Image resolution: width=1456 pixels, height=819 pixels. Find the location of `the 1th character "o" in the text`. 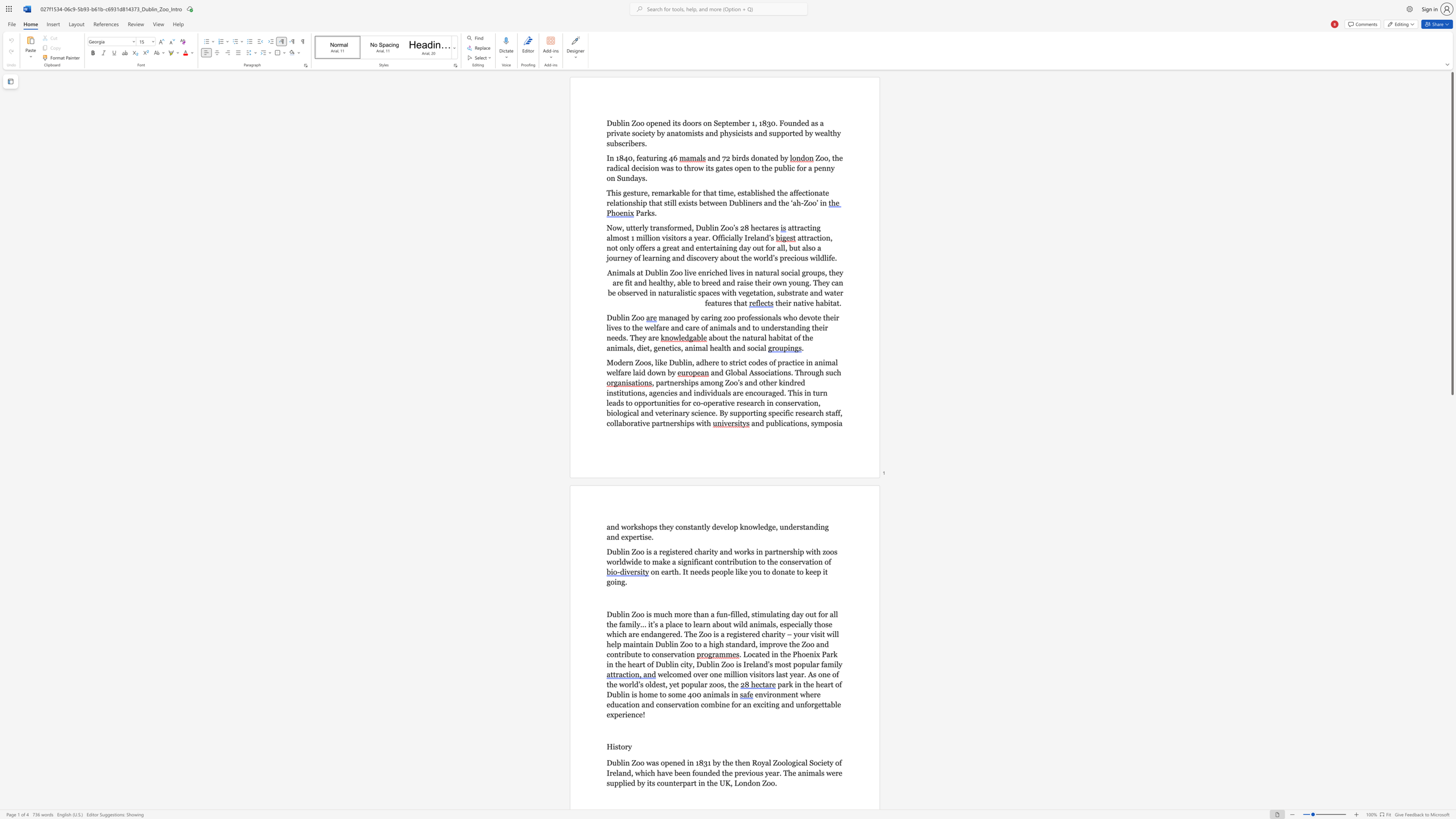

the 1th character "o" in the text is located at coordinates (629, 527).